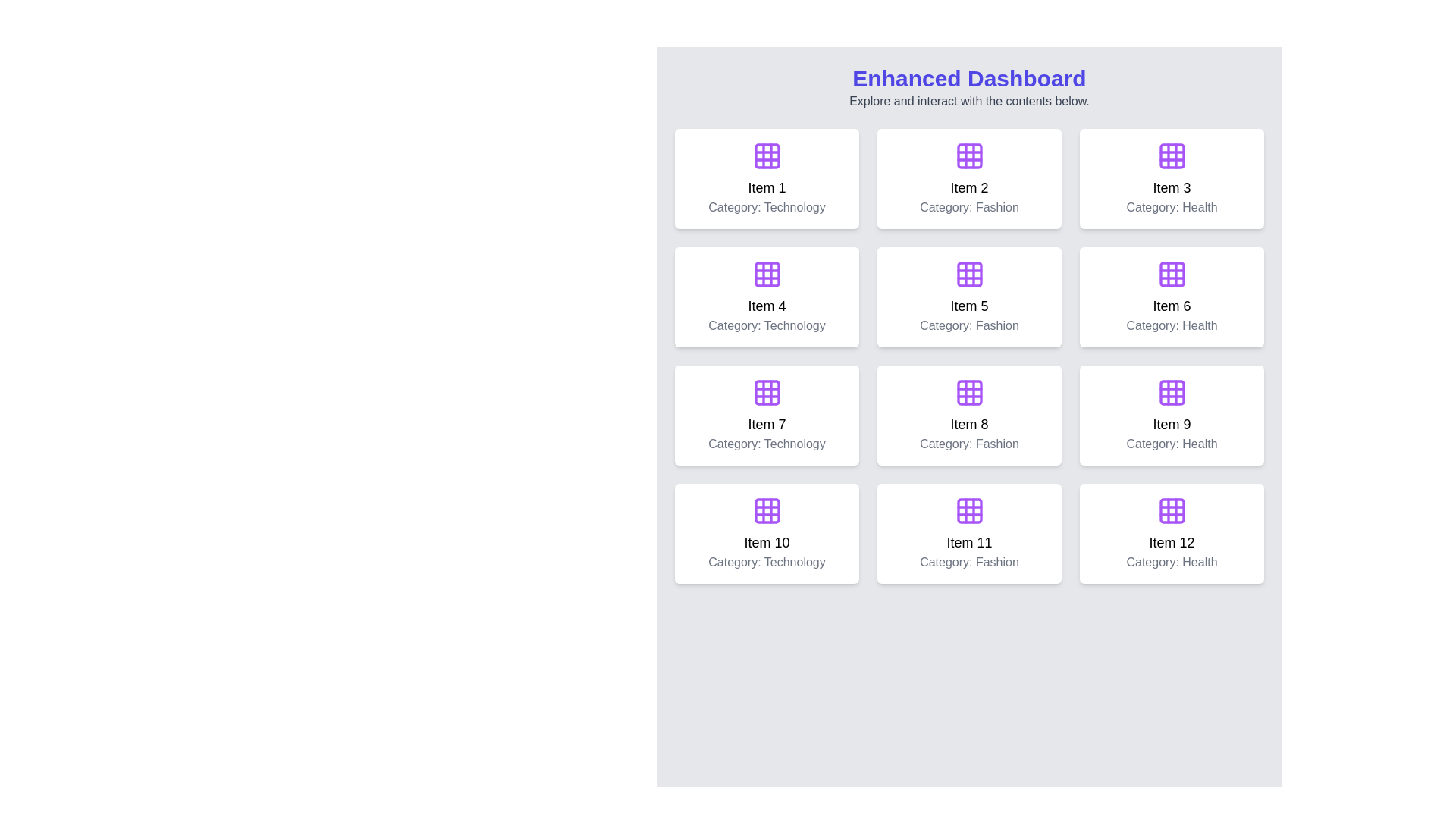 The image size is (1456, 819). I want to click on the informational card displaying details about 'Item 7' in the third row, first column of the grid system, so click(767, 415).